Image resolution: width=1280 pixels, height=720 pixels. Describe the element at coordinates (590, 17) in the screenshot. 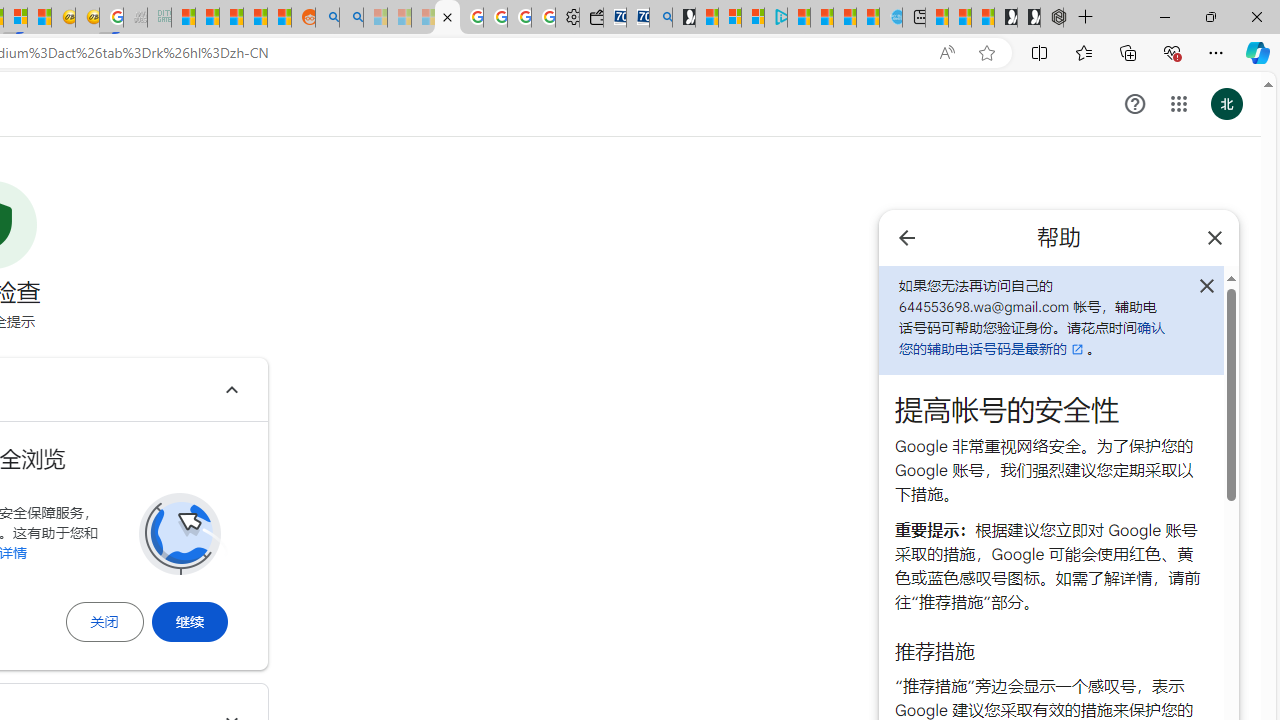

I see `'Wallet'` at that location.